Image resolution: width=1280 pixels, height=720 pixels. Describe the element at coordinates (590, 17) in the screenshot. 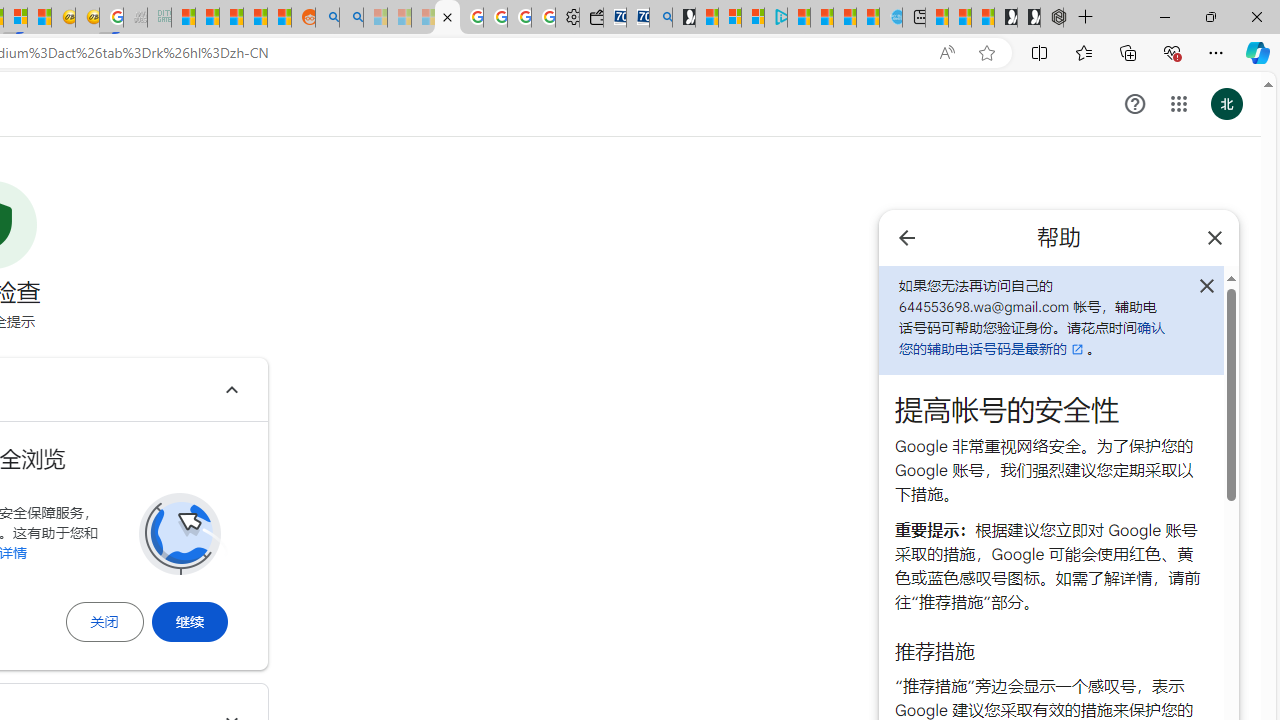

I see `'Wallet'` at that location.